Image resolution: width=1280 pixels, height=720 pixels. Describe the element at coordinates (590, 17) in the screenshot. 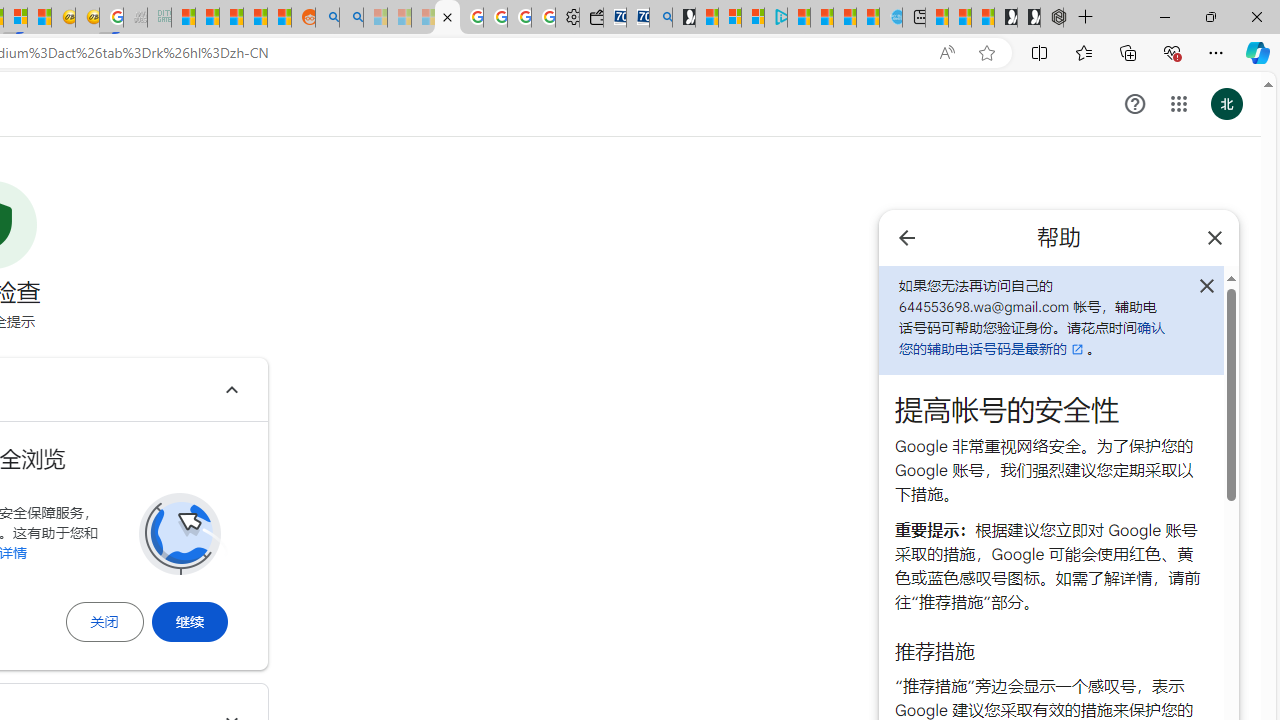

I see `'Wallet'` at that location.